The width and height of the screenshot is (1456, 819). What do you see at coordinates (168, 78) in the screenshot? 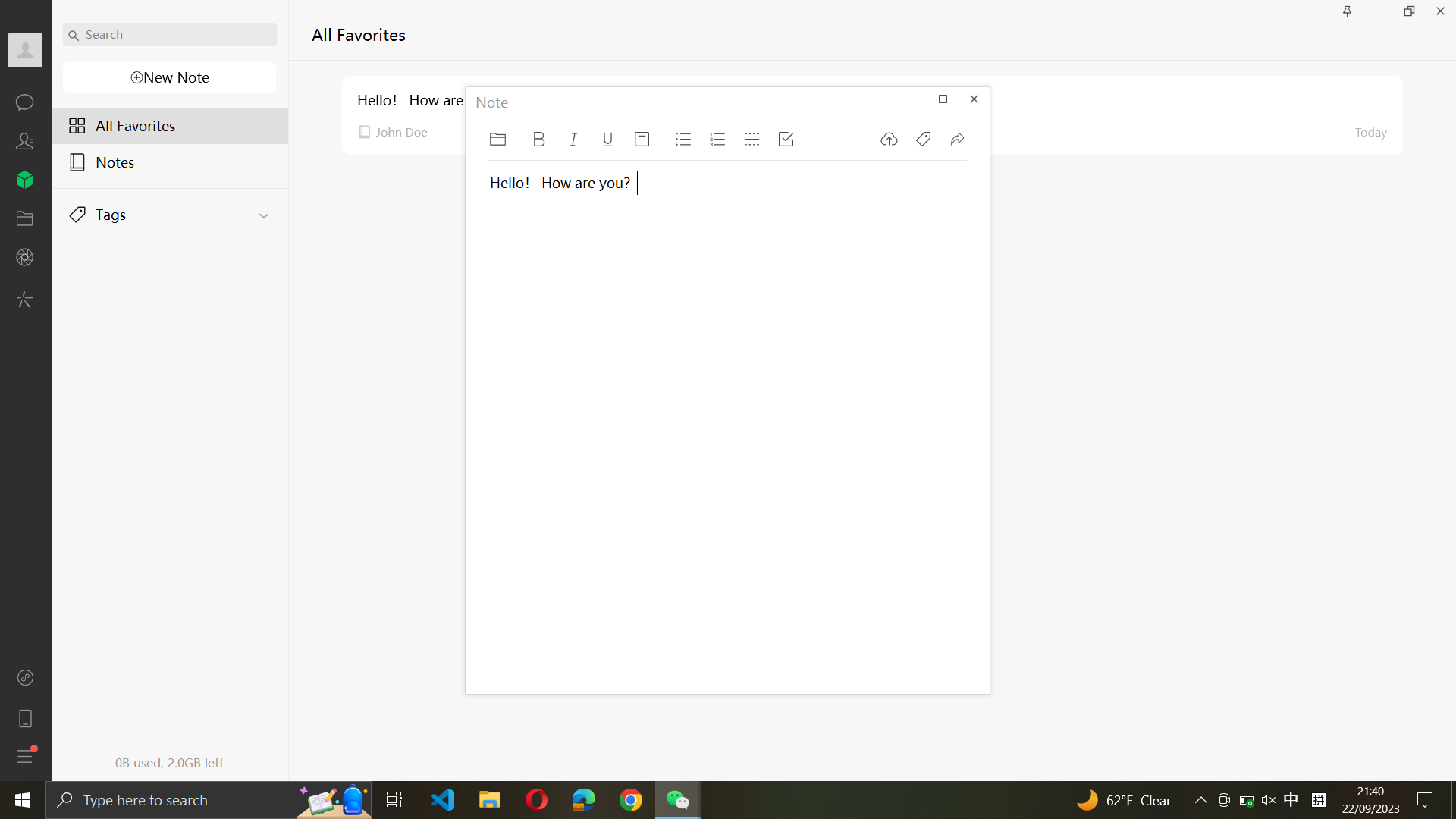
I see `a new note creation and input the text - "This is a New Note` at bounding box center [168, 78].